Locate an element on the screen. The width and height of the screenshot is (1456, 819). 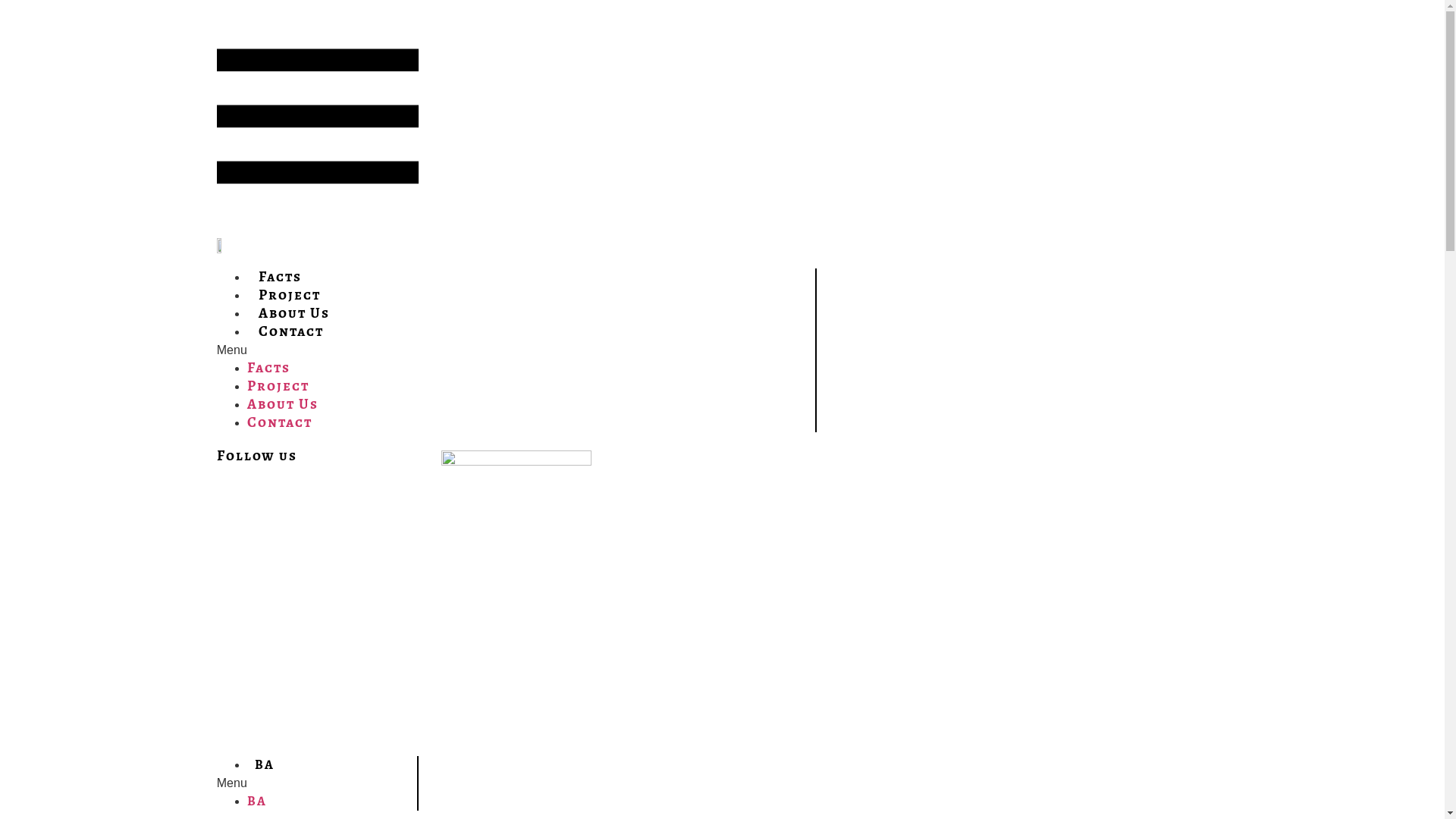
'Facts' is located at coordinates (247, 367).